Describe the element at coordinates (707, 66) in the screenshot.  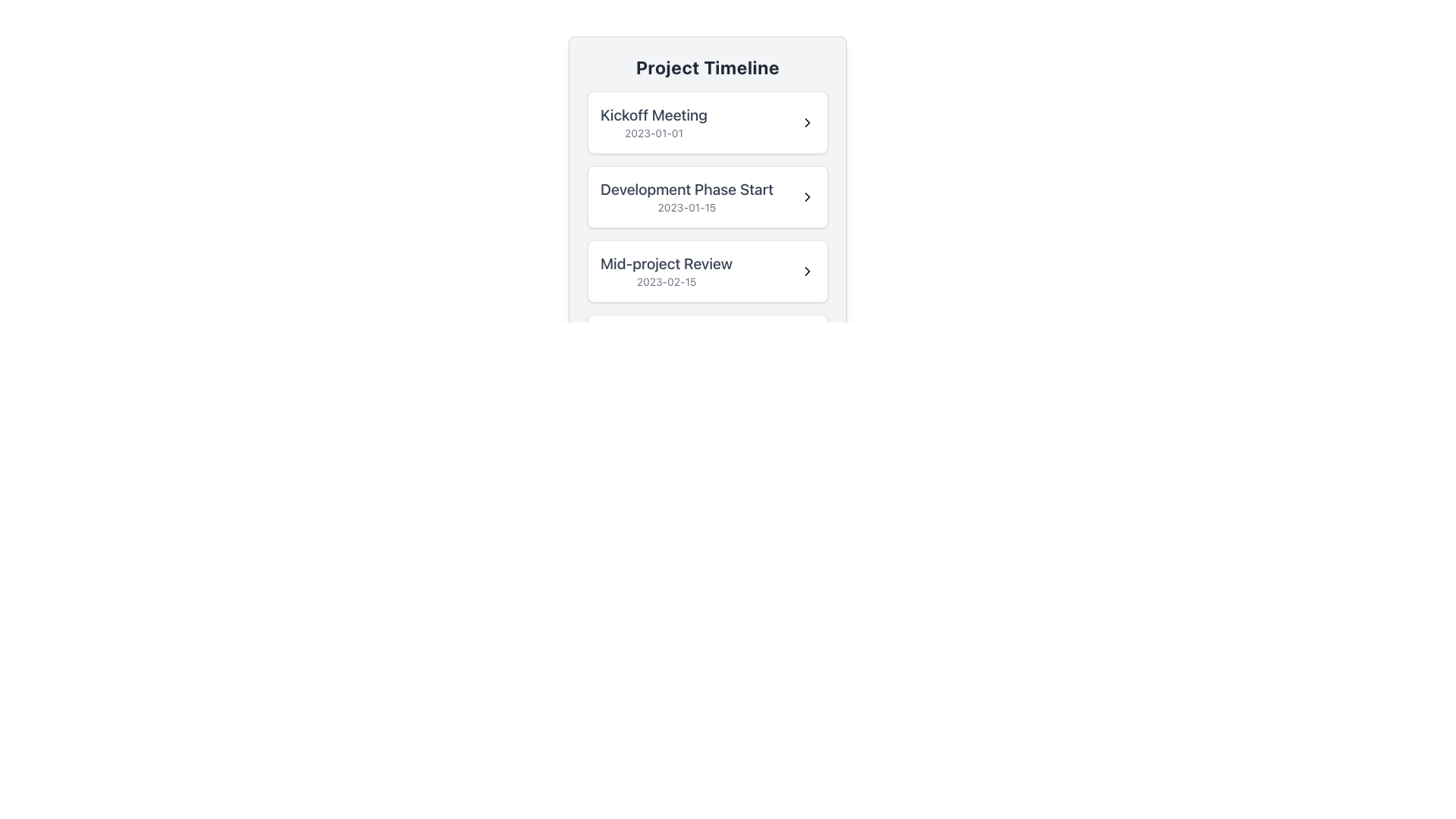
I see `text from the 'Project Timeline' header label, which is centrally positioned at the top of its enclosing card` at that location.